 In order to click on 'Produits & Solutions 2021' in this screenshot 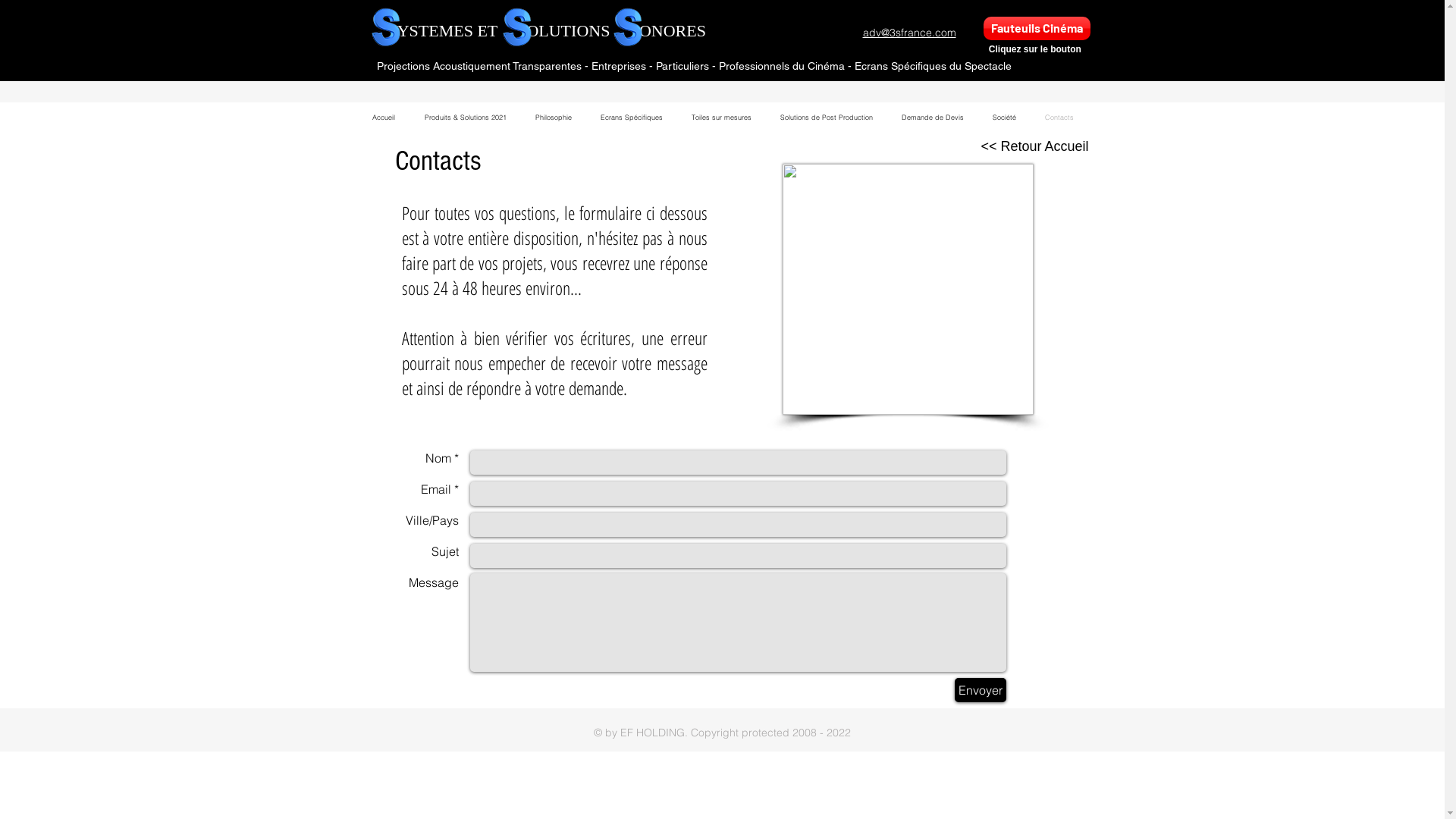, I will do `click(464, 116)`.